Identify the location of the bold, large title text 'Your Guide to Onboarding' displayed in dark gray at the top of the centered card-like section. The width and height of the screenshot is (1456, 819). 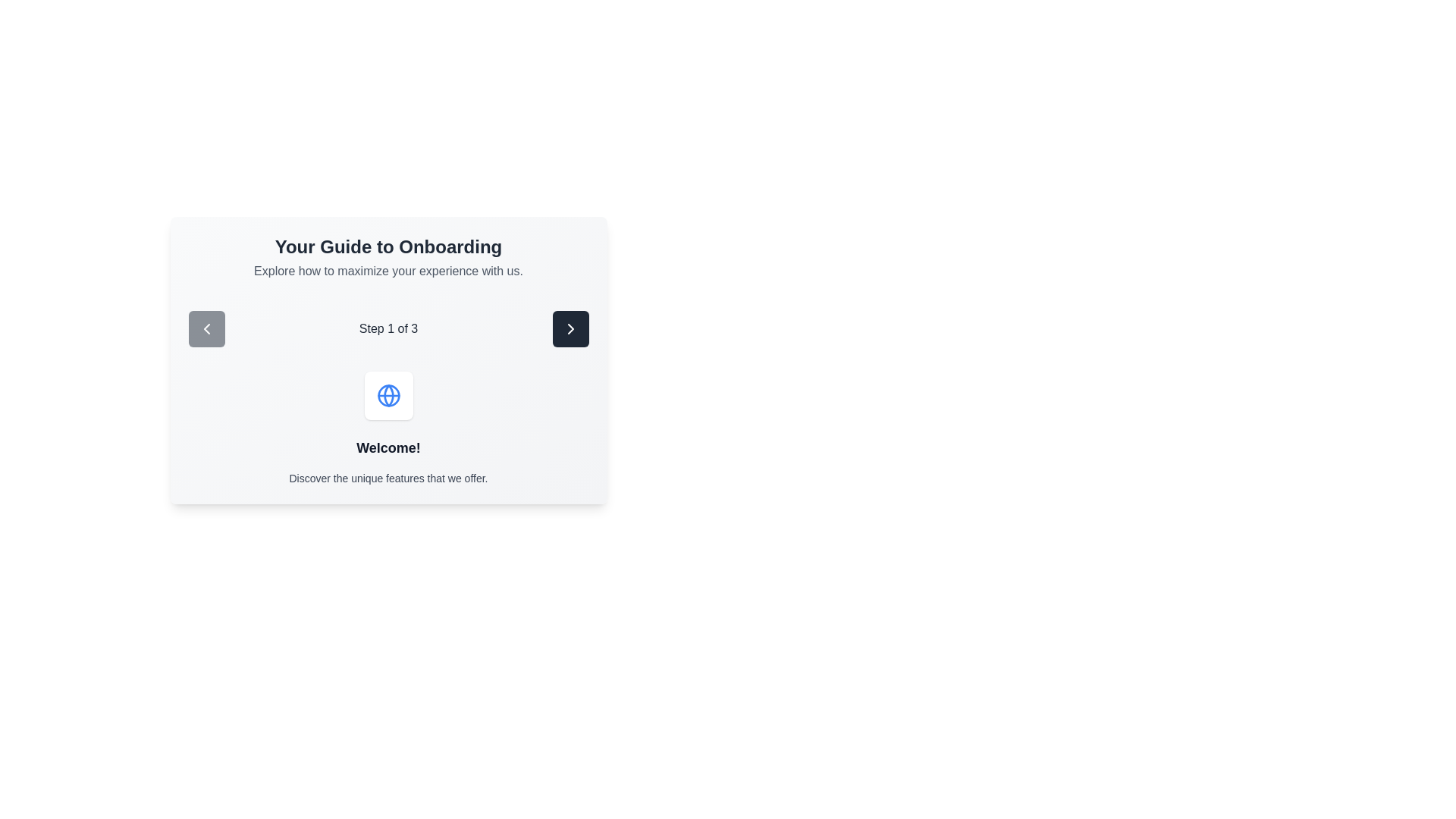
(388, 246).